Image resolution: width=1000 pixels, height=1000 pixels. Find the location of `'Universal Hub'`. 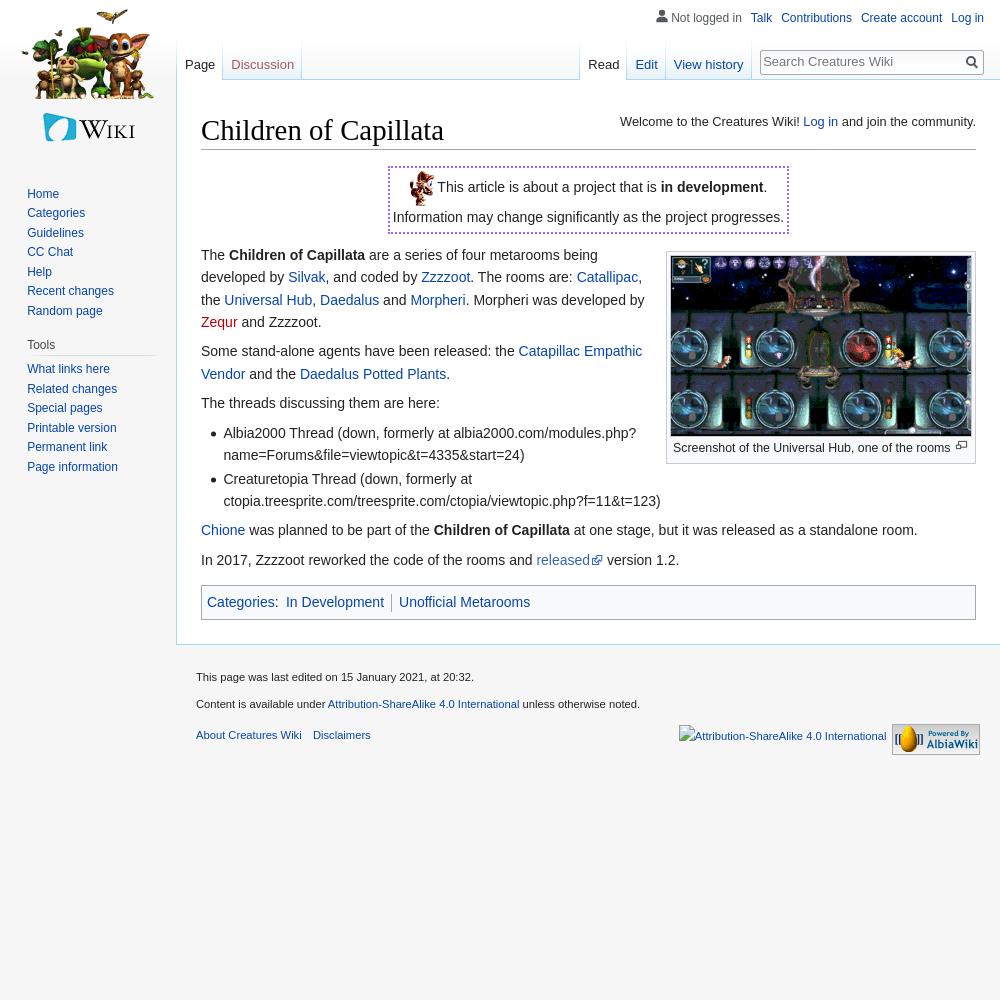

'Universal Hub' is located at coordinates (223, 299).